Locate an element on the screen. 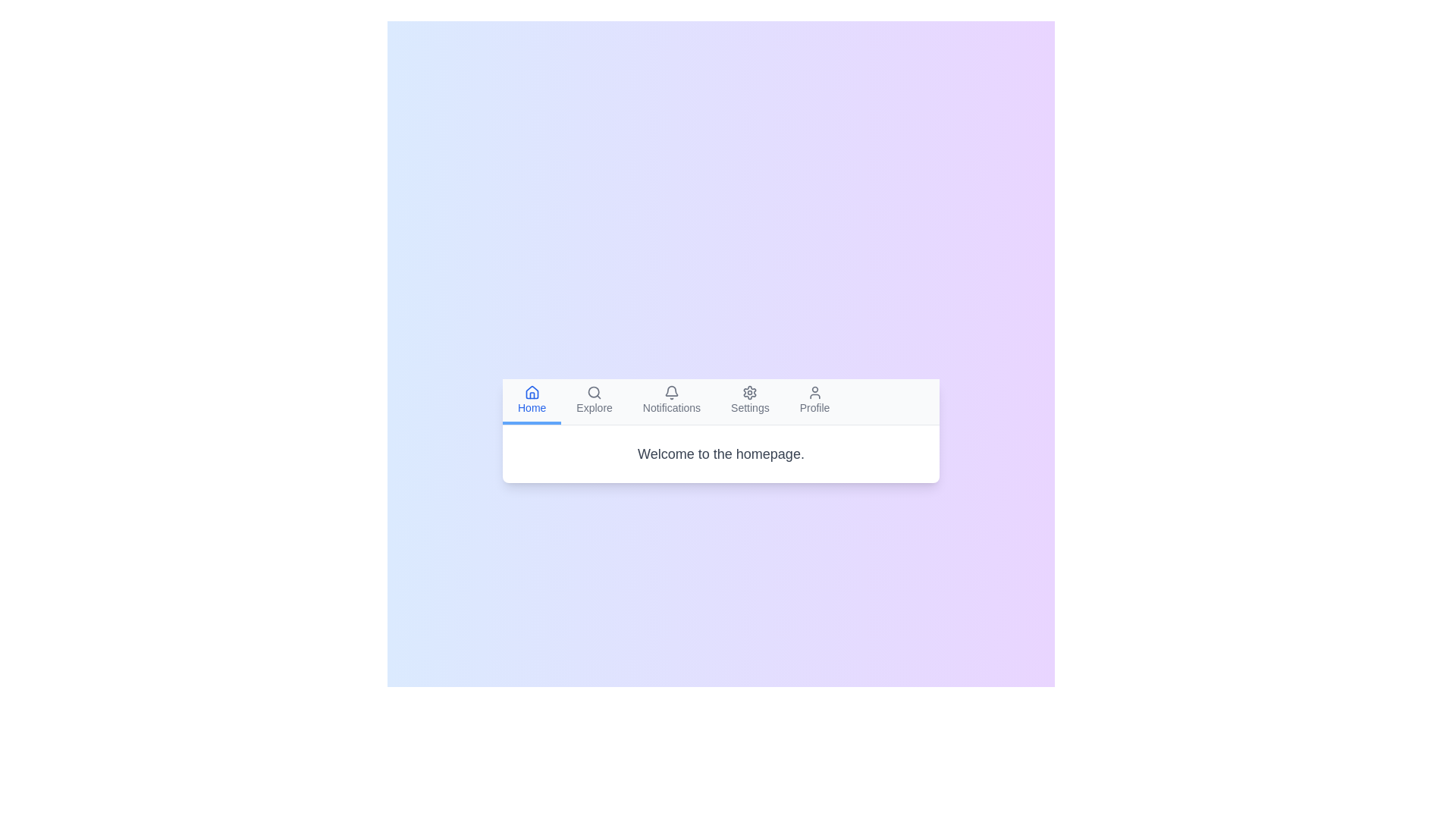 The image size is (1456, 819). the tab labeled Explore to select it is located at coordinates (594, 400).